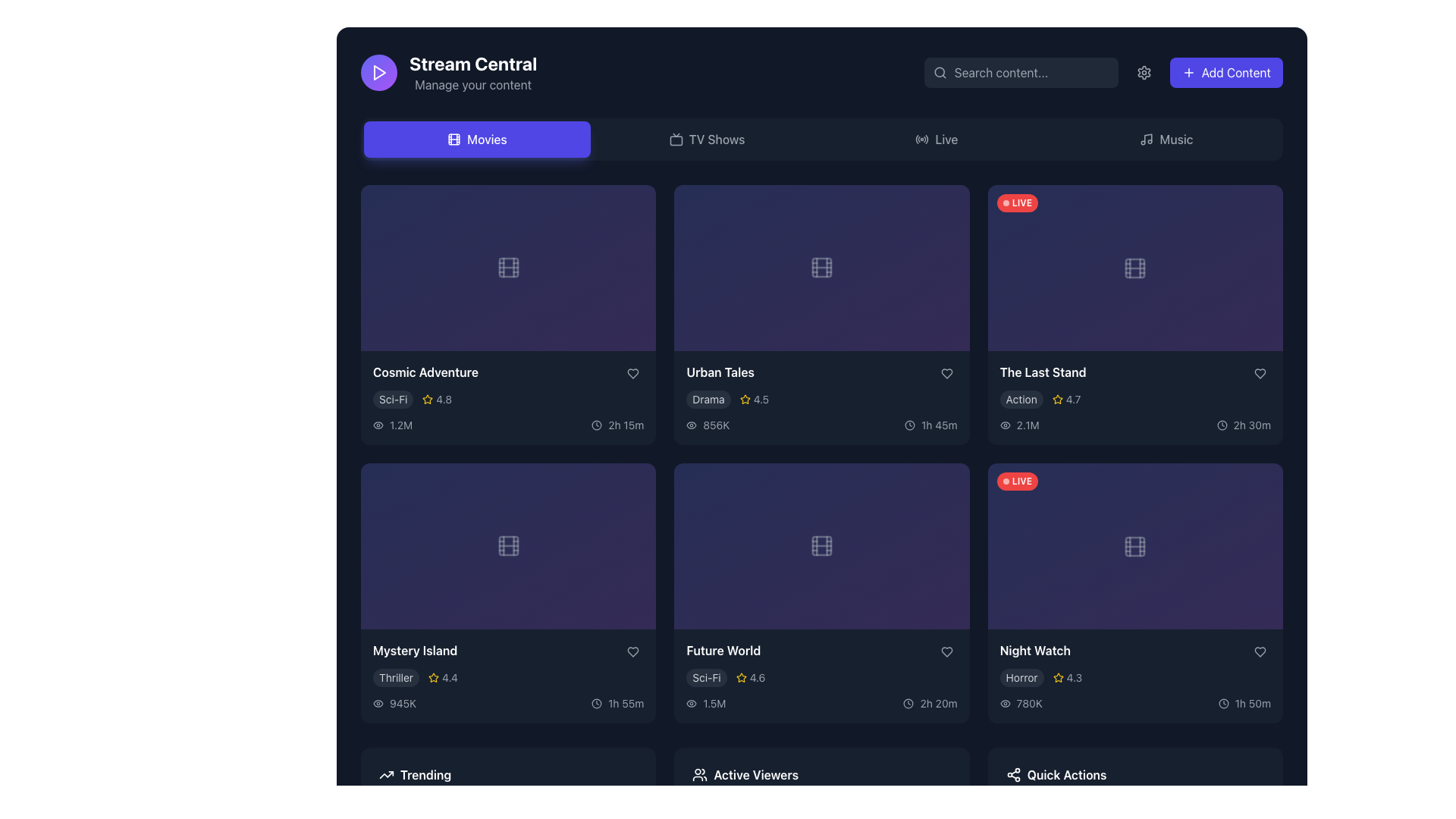 Image resolution: width=1456 pixels, height=819 pixels. I want to click on the Text label with an icon that displays the runtime of the 'Future World' video content, located in the bottom-right corner of the card layout, so click(930, 703).